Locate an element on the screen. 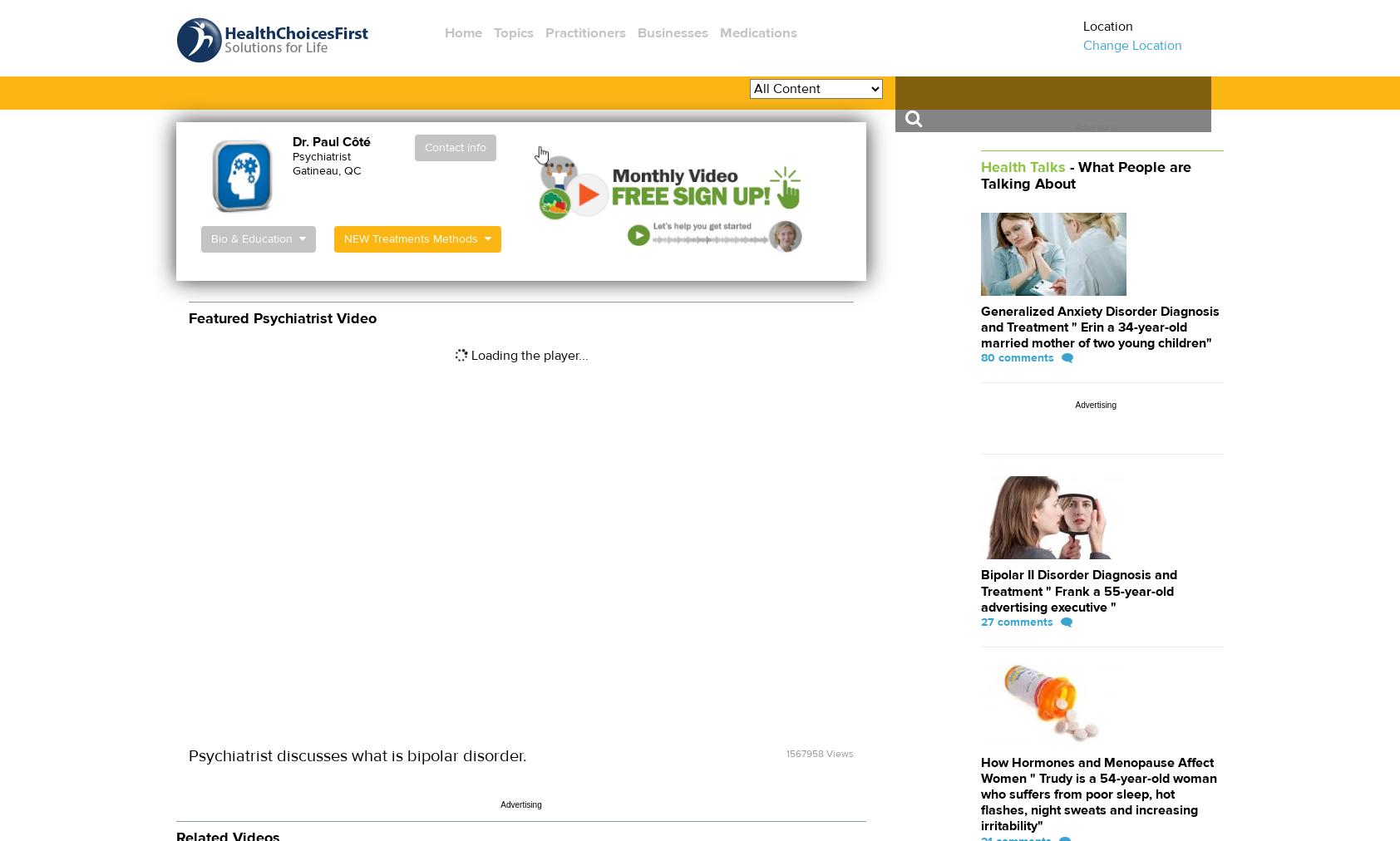 The height and width of the screenshot is (841, 1400). 'Loading the player...' is located at coordinates (527, 355).